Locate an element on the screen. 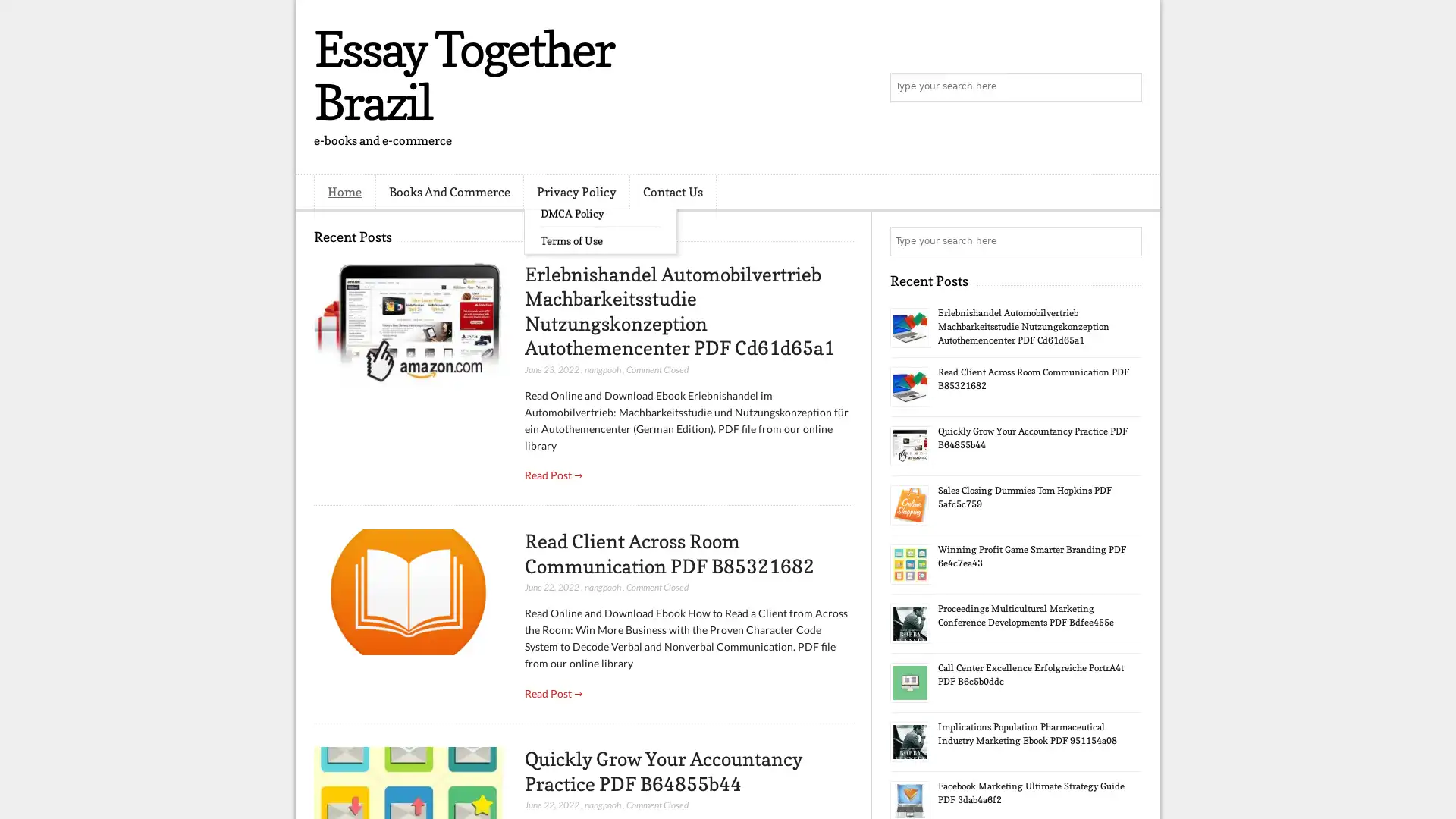  Search is located at coordinates (1126, 241).